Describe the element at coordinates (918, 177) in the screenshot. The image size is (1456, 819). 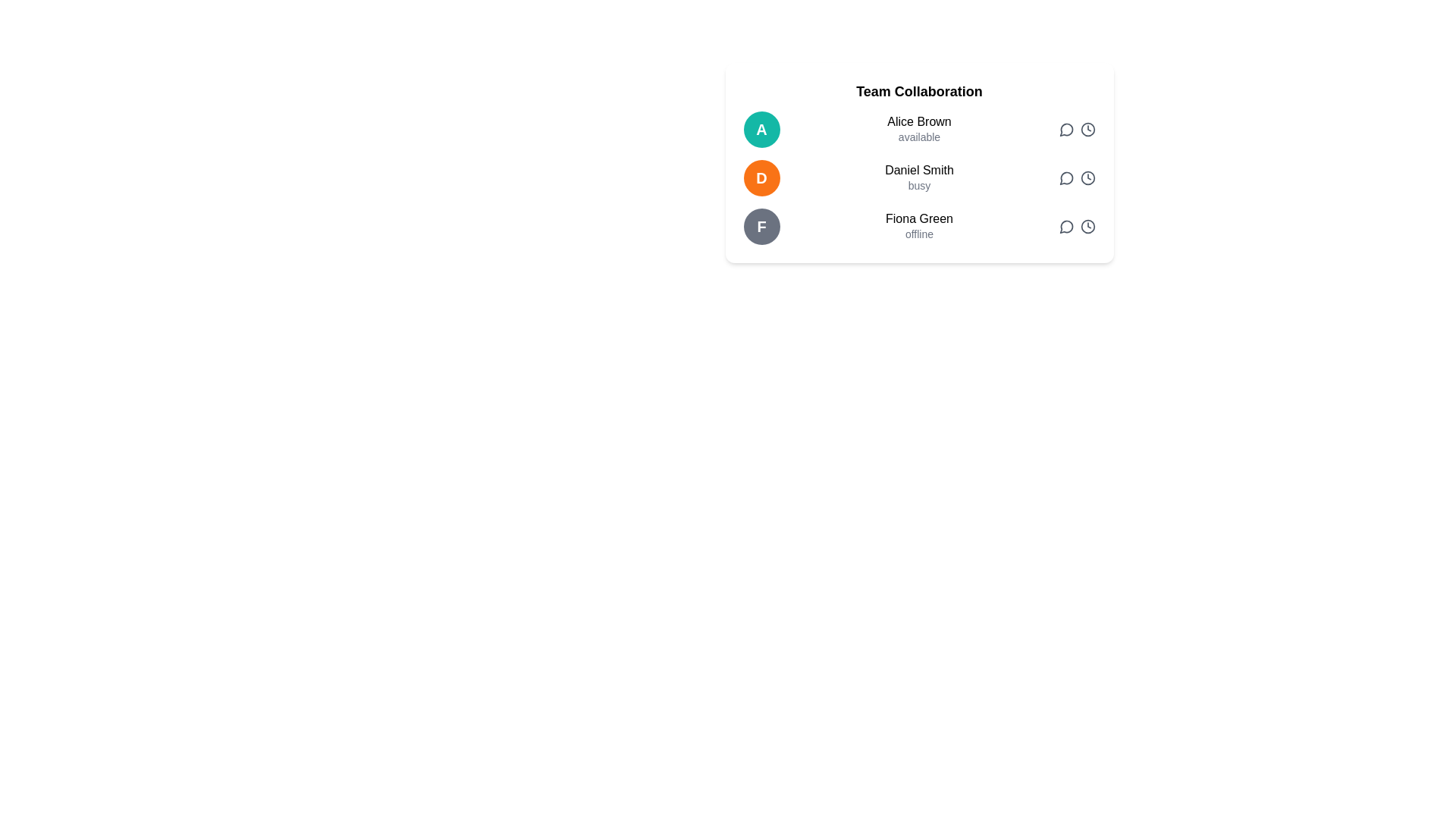
I see `the user profile representation of 'Daniel Smith', who is marked as 'busy'` at that location.